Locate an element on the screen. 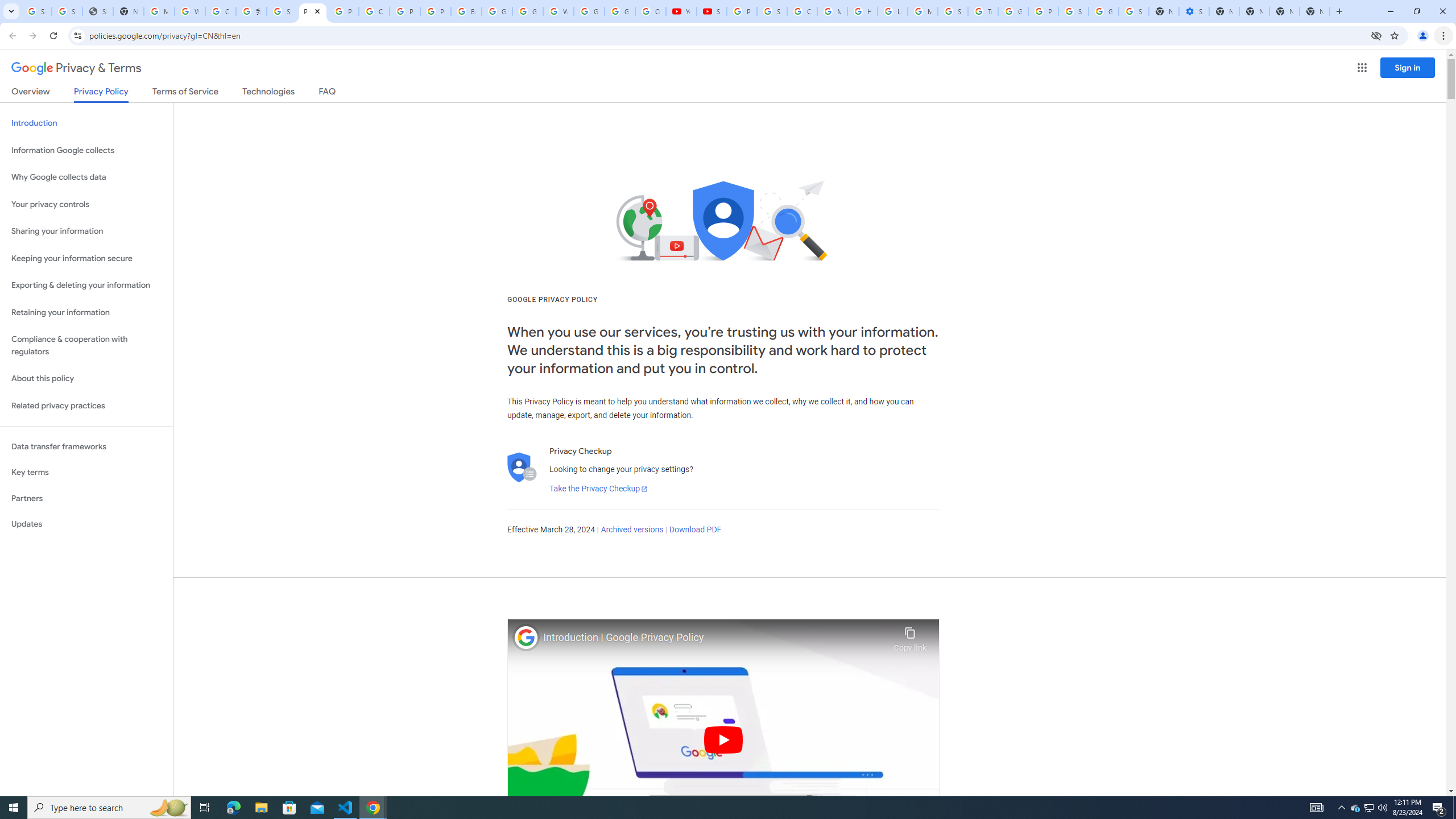 The image size is (1456, 819). 'Archived versions' is located at coordinates (631, 529).